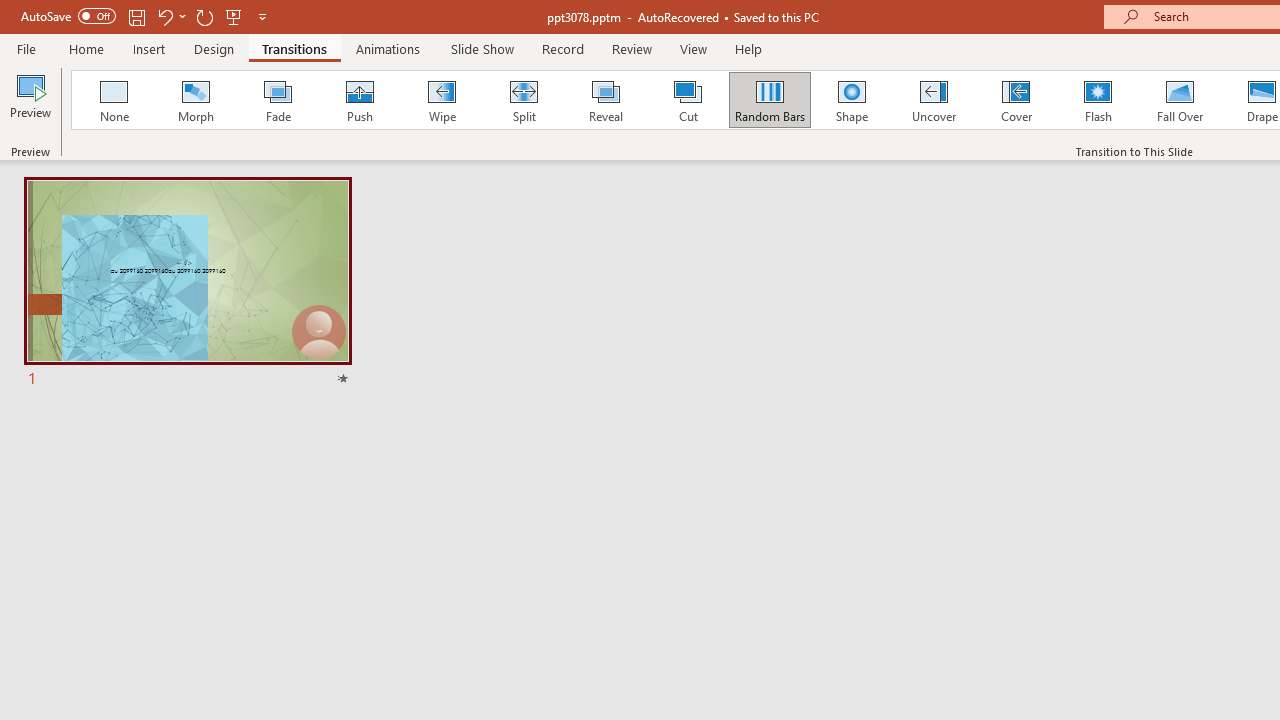  I want to click on 'Fall Over', so click(1180, 100).